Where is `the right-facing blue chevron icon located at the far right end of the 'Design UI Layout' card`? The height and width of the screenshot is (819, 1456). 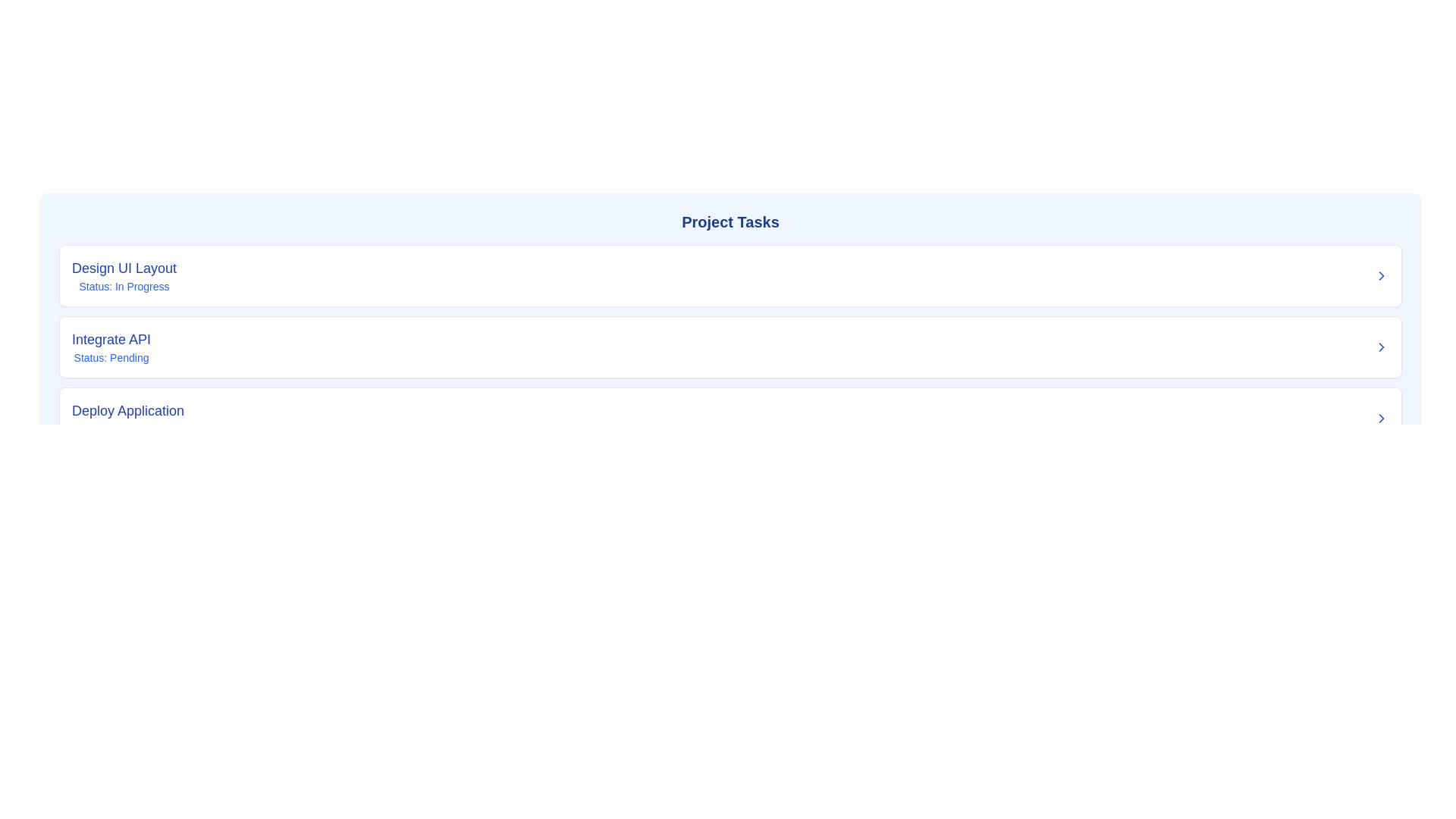 the right-facing blue chevron icon located at the far right end of the 'Design UI Layout' card is located at coordinates (1382, 275).